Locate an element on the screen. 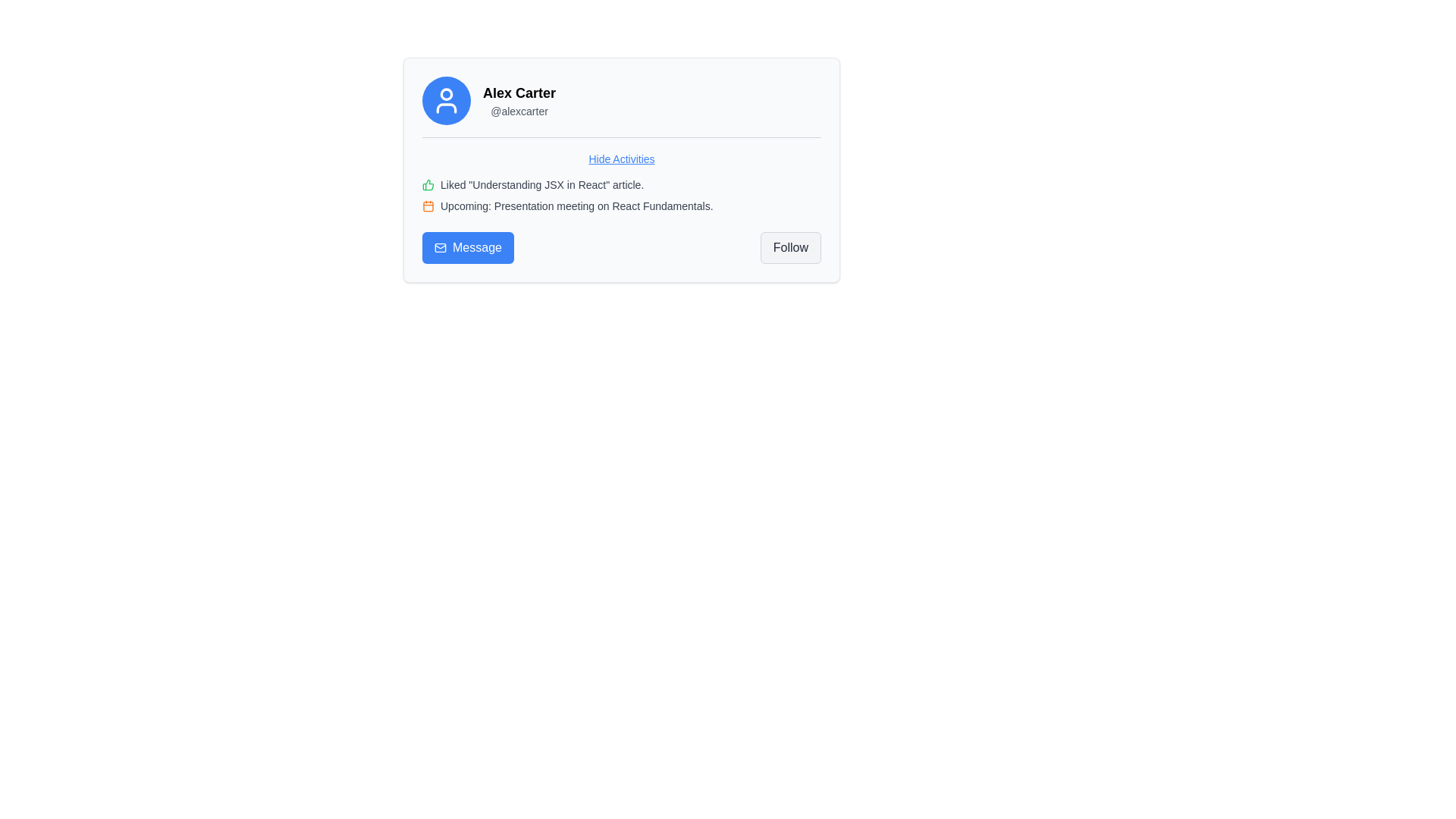  the rectangular button with a blue background and white 'Message' text to observe its hover effect is located at coordinates (467, 247).